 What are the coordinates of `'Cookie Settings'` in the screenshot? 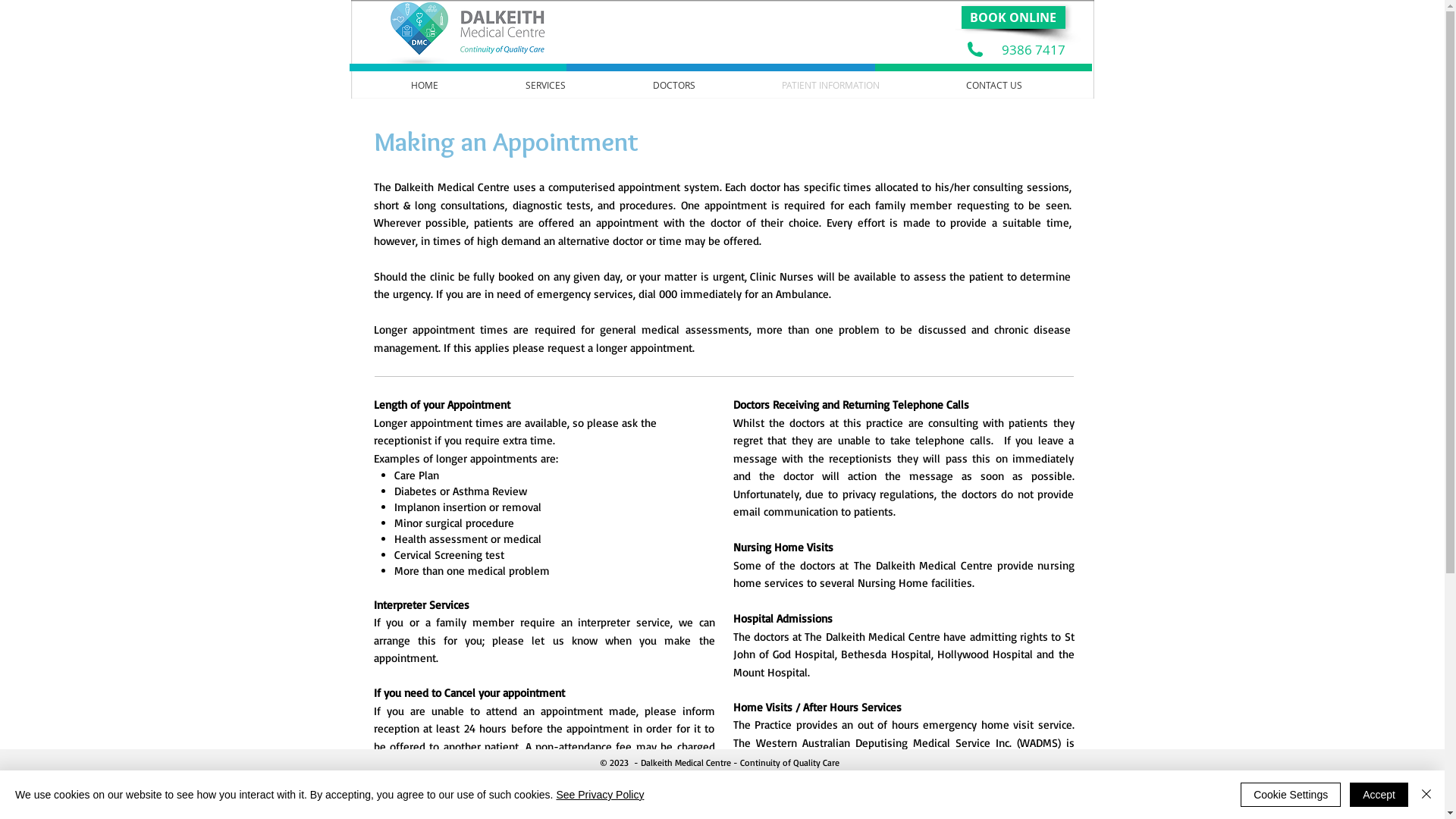 It's located at (1290, 794).